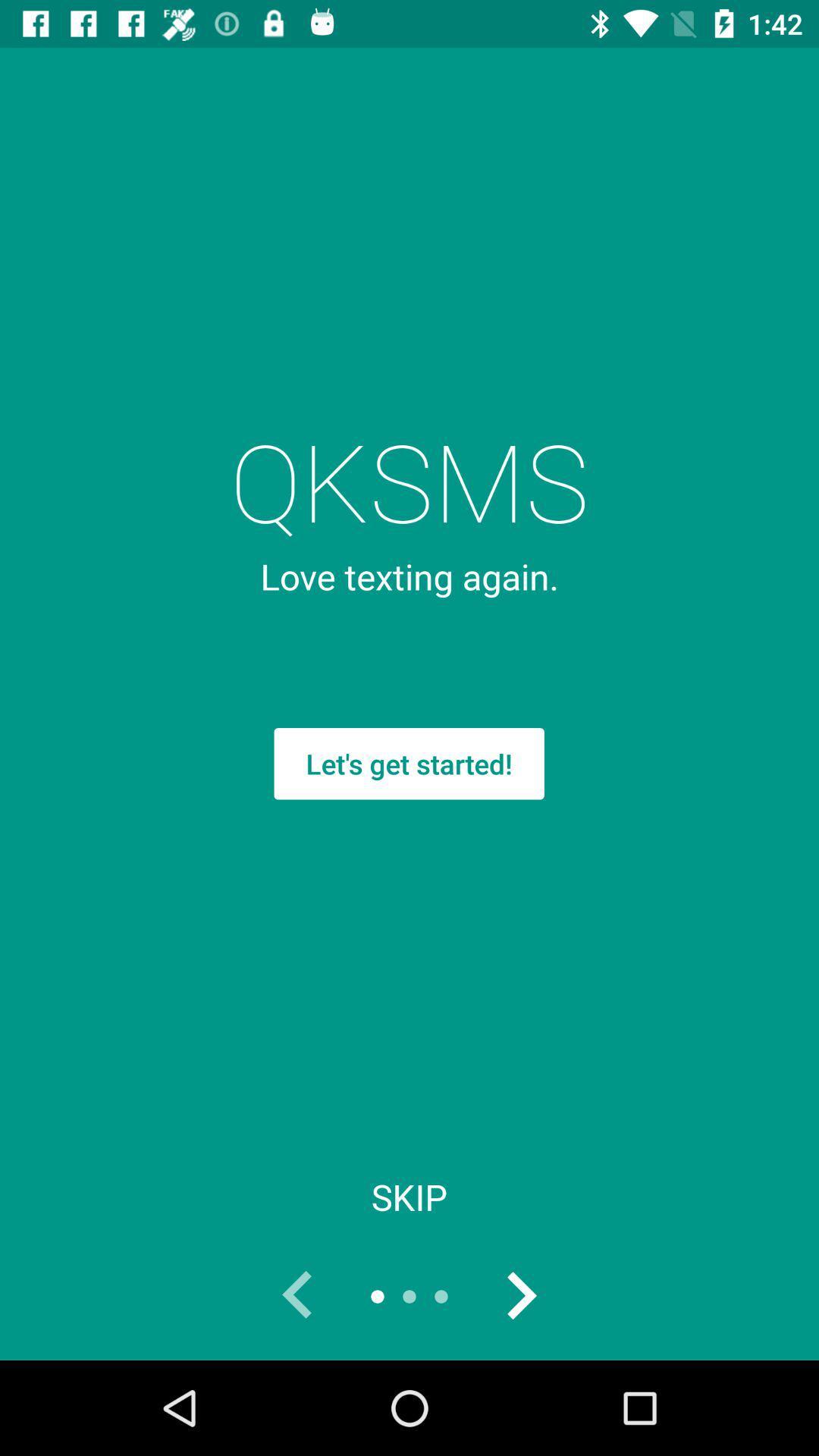 The image size is (819, 1456). I want to click on go next, so click(519, 1295).